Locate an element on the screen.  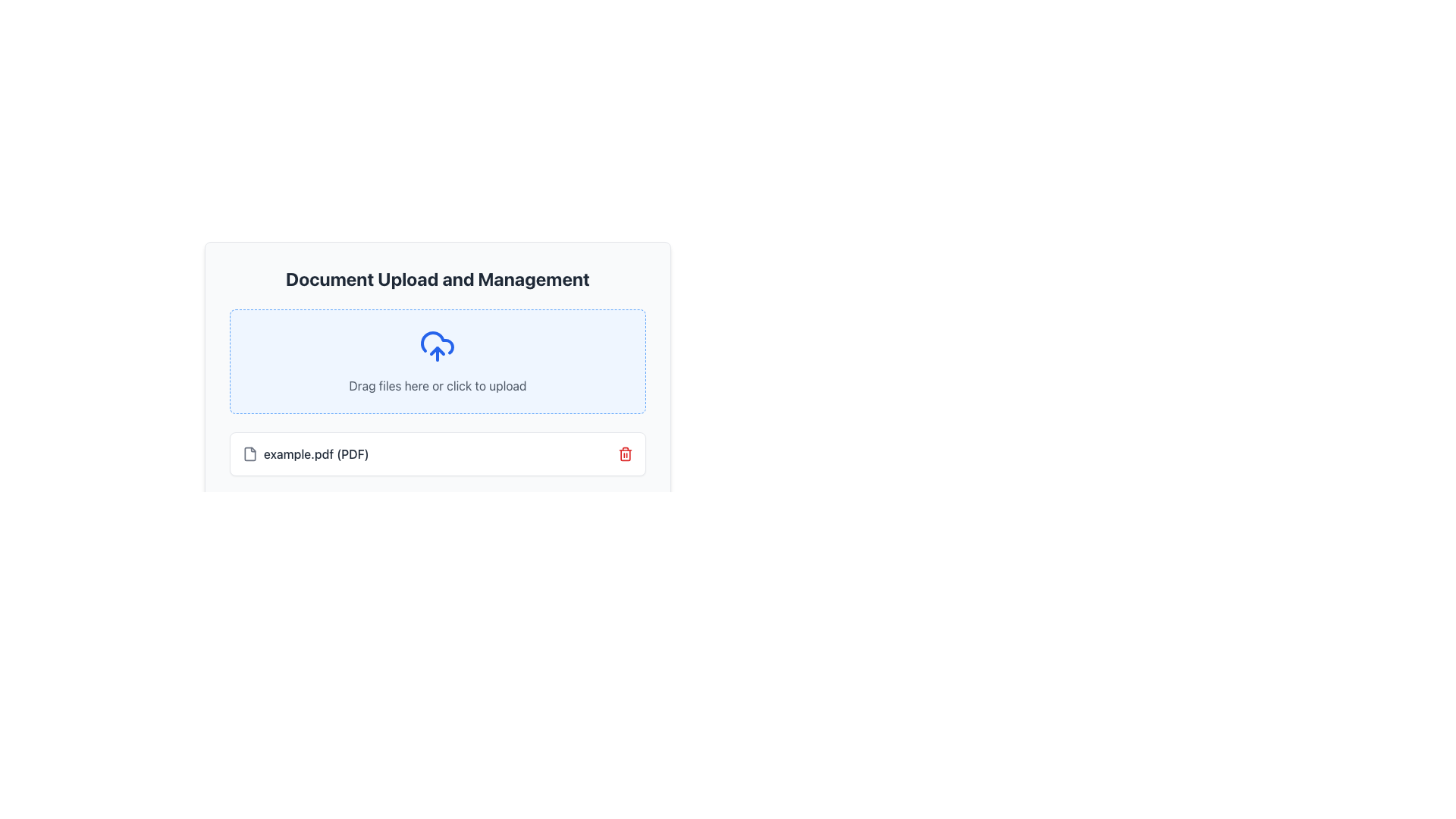
the text label displaying 'example.pdf (PDF)' in gray font, located at the bottom section of the document upload area, next to the file icon is located at coordinates (315, 453).